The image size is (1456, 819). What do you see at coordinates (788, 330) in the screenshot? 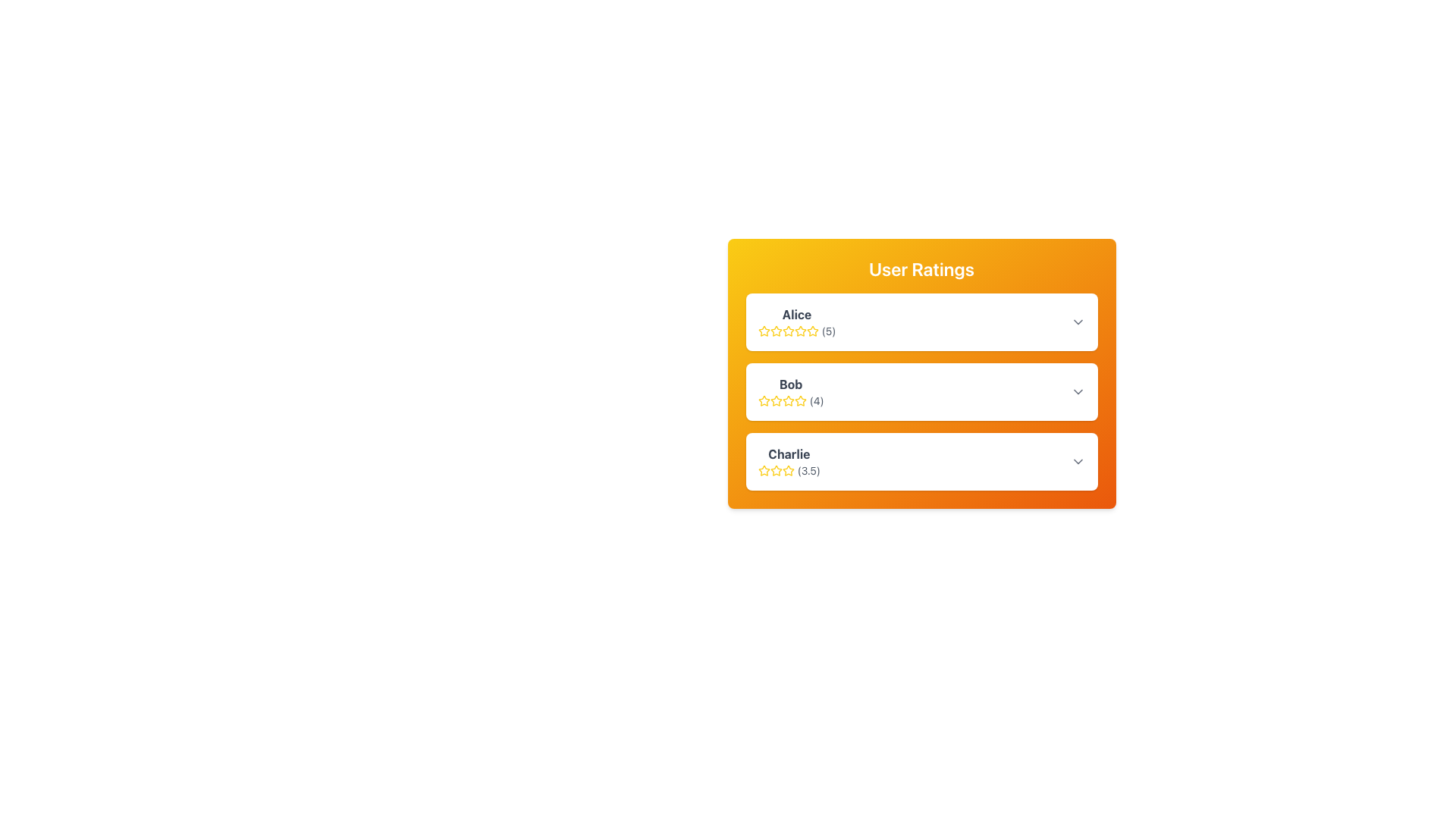
I see `the fourth star-shaped icon with a yellow border in the ratings row labeled 'Alice'` at bounding box center [788, 330].